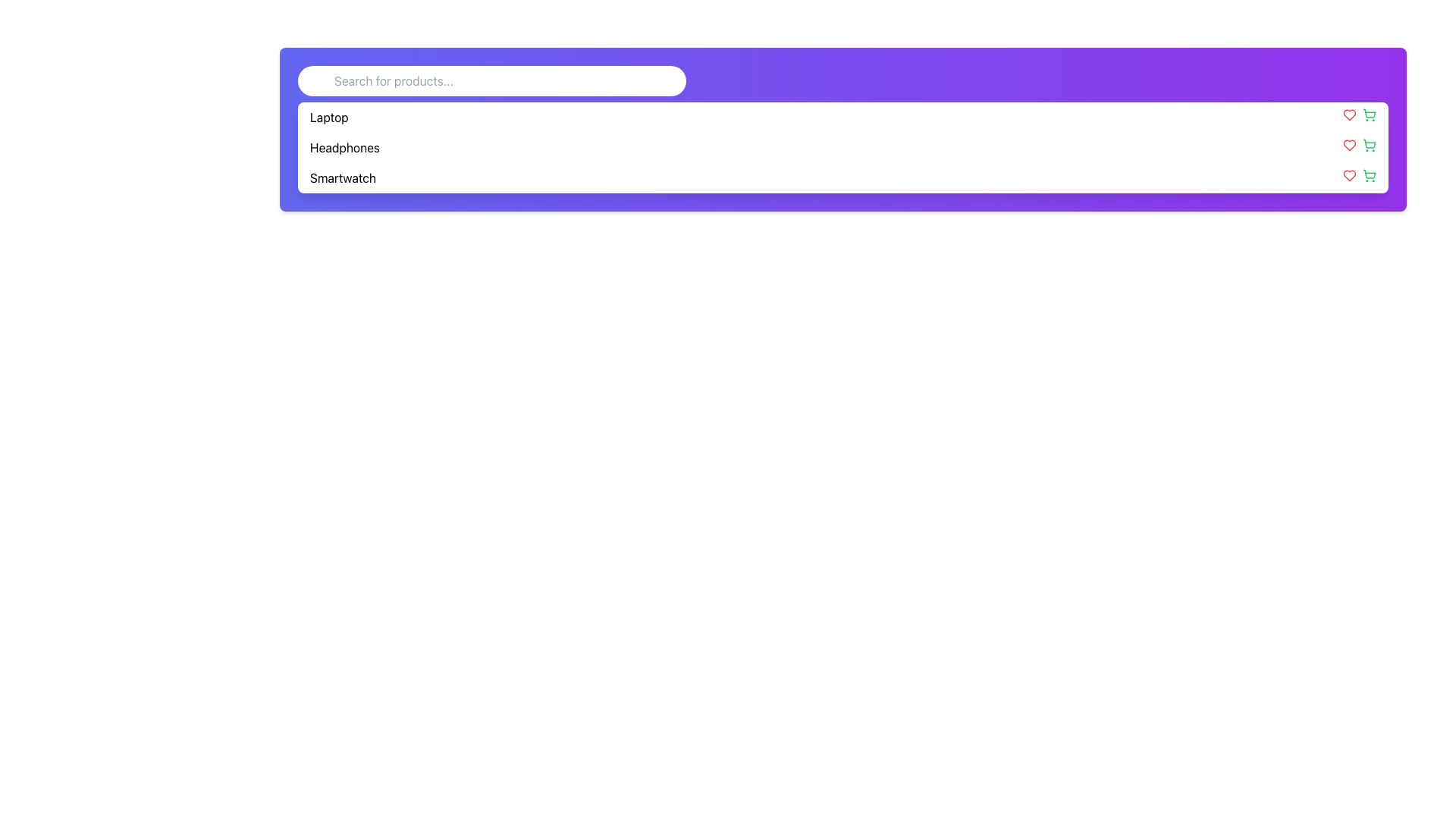  Describe the element at coordinates (843, 177) in the screenshot. I see `the third list item labeled 'Smartwatch', which is a horizontally-aligned bar with a white background and rounded corners` at that location.